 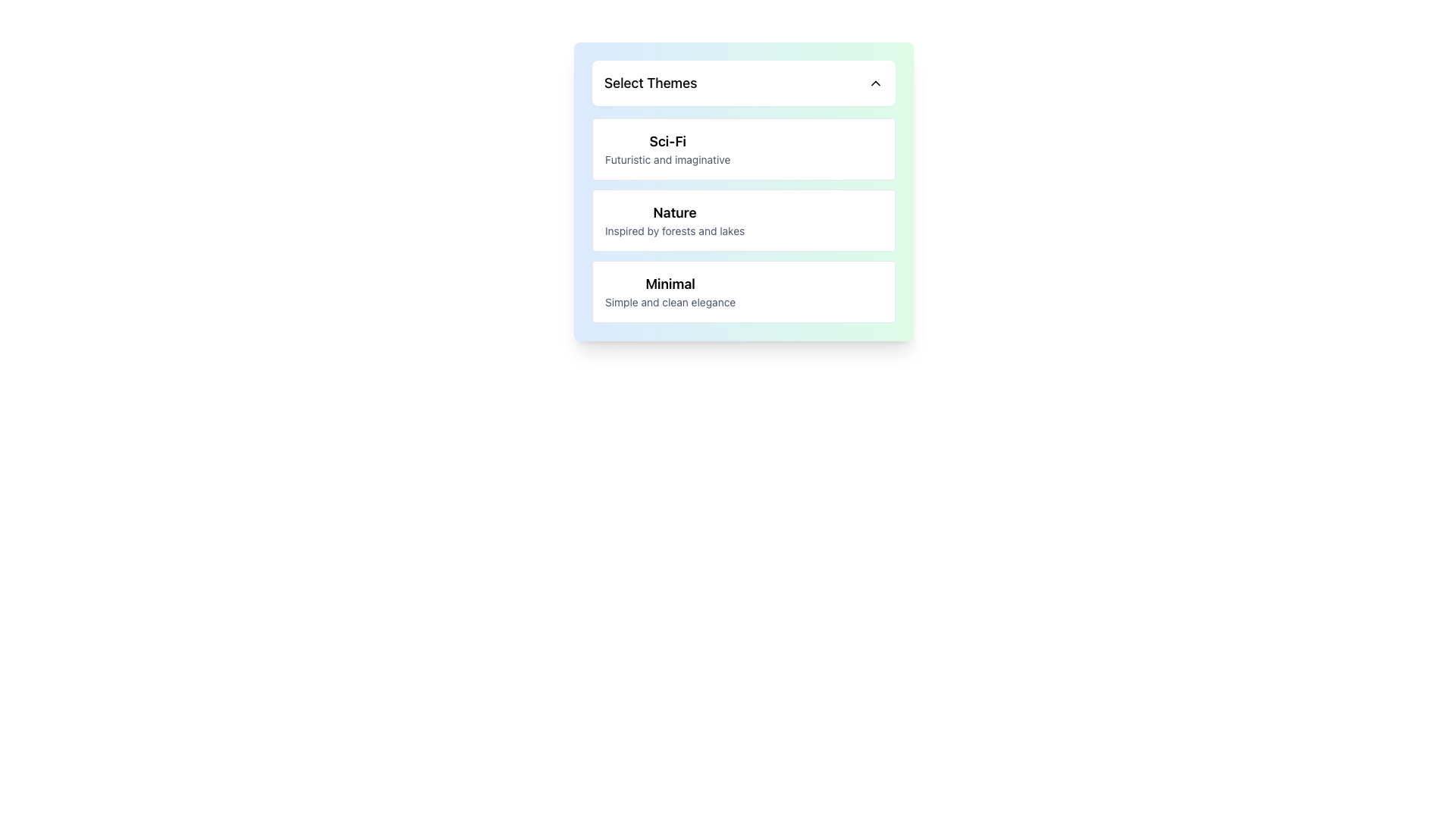 I want to click on the Text Label that serves as a category header for the selectable theme option, positioned at the top of the dropdown list above the secondary descriptive text 'Futuristic and imaginative', so click(x=667, y=141).